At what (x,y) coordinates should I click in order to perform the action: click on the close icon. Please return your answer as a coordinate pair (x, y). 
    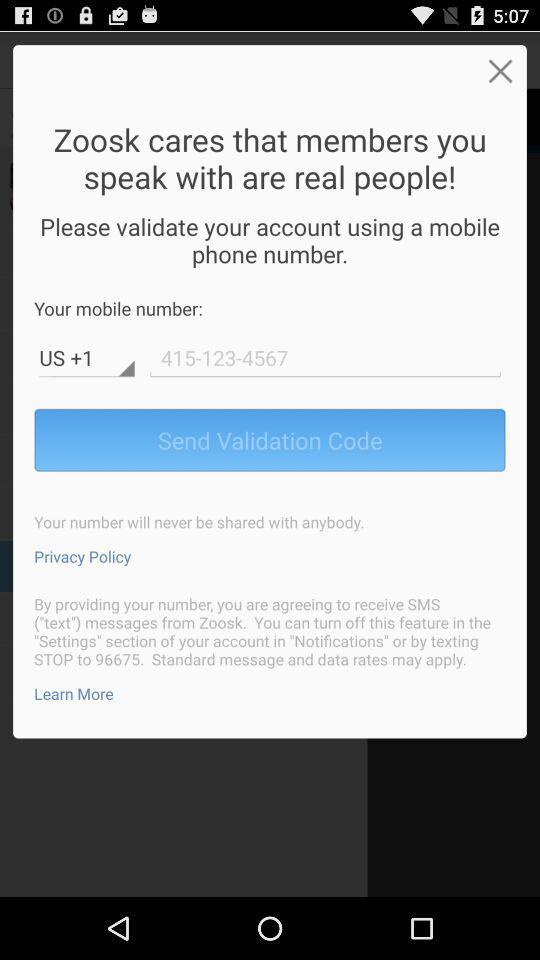
    Looking at the image, I should click on (499, 75).